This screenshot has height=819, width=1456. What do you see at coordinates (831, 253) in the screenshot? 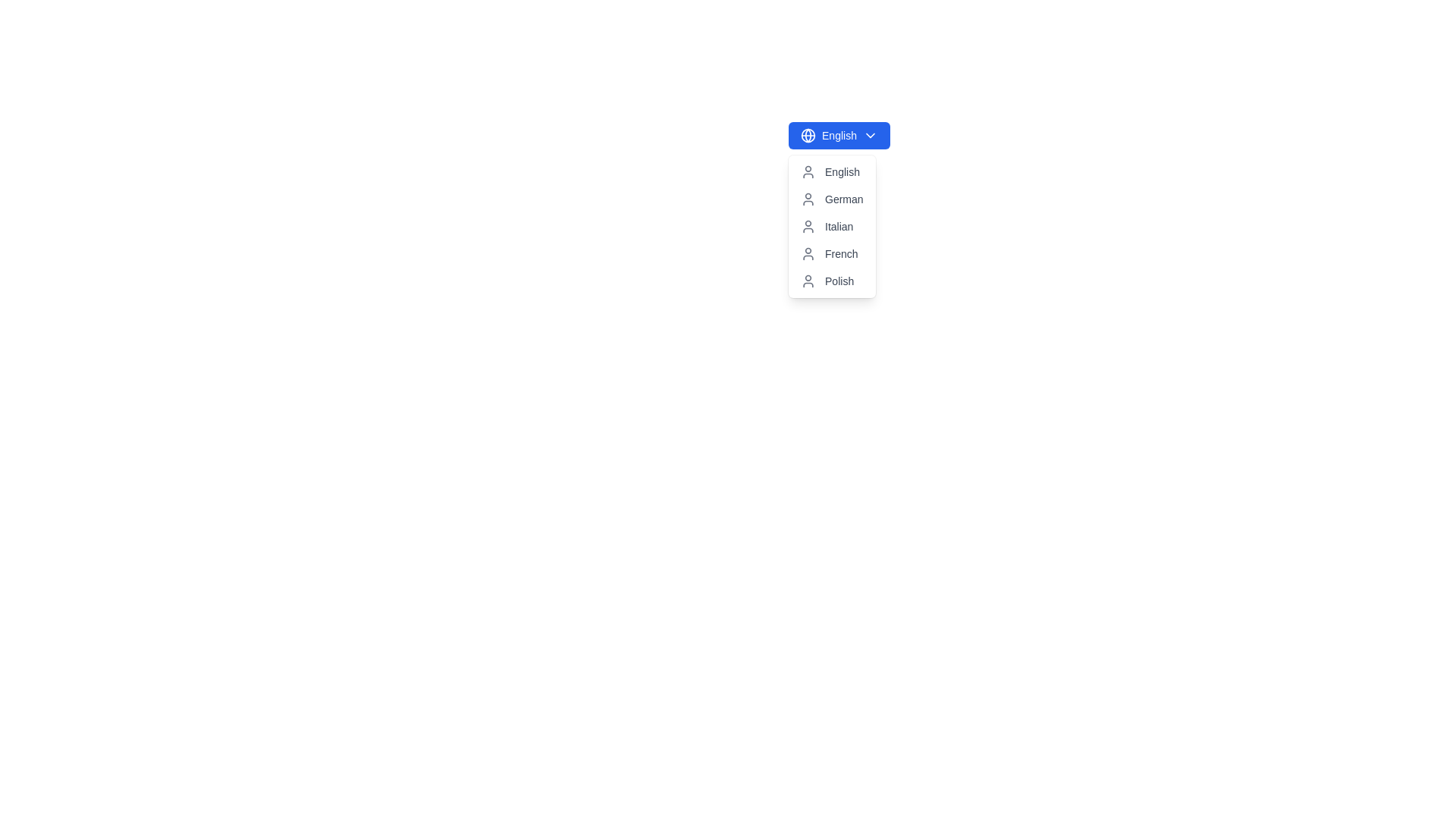
I see `the 'French' language option in the dropdown menu, which is the fourth item below 'Italian' and above 'Polish'` at bounding box center [831, 253].